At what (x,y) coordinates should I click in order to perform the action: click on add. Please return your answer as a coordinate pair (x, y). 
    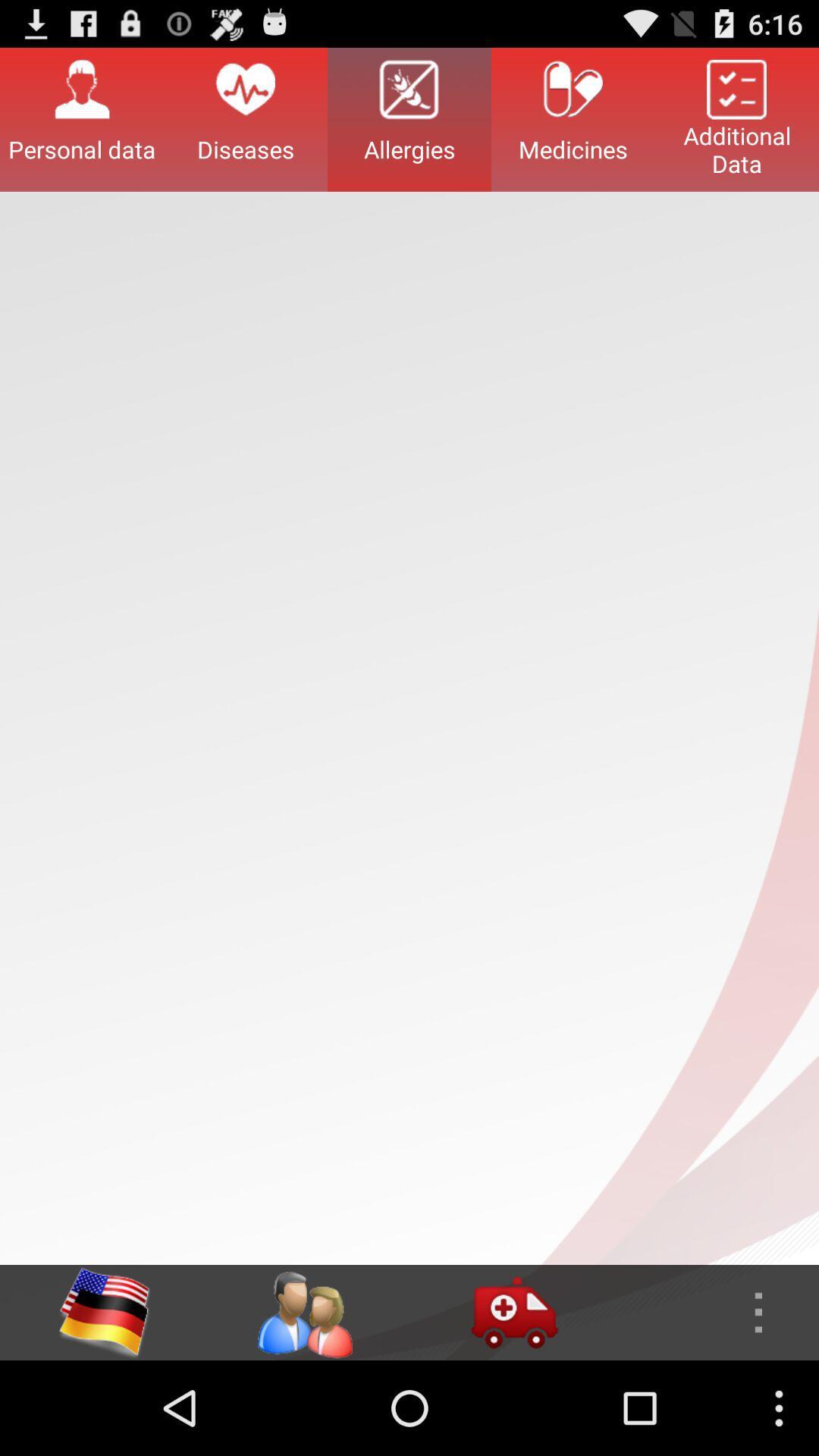
    Looking at the image, I should click on (513, 1312).